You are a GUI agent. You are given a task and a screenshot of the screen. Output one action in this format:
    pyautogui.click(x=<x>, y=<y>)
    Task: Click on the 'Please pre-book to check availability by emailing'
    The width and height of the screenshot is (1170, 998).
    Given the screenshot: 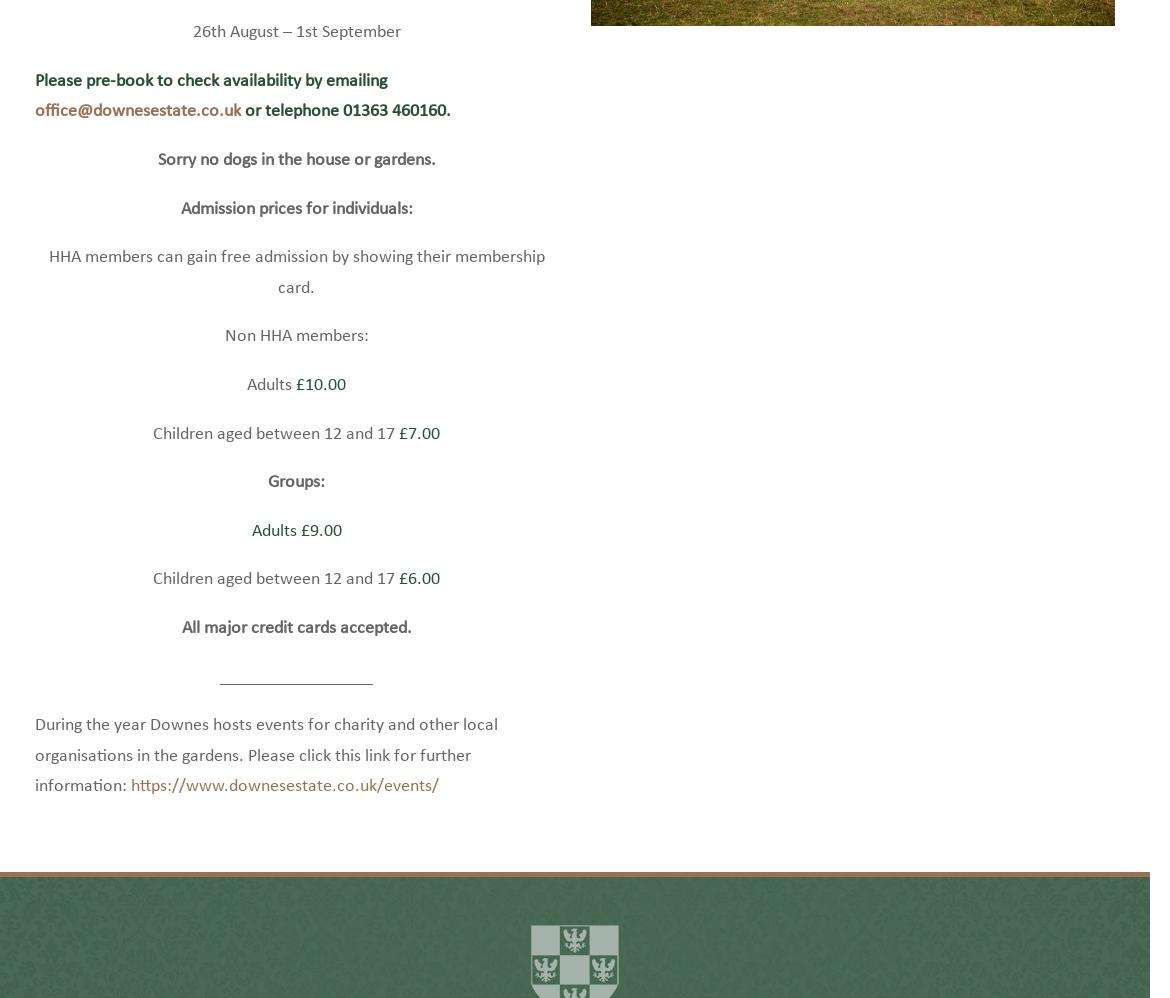 What is the action you would take?
    pyautogui.click(x=210, y=110)
    